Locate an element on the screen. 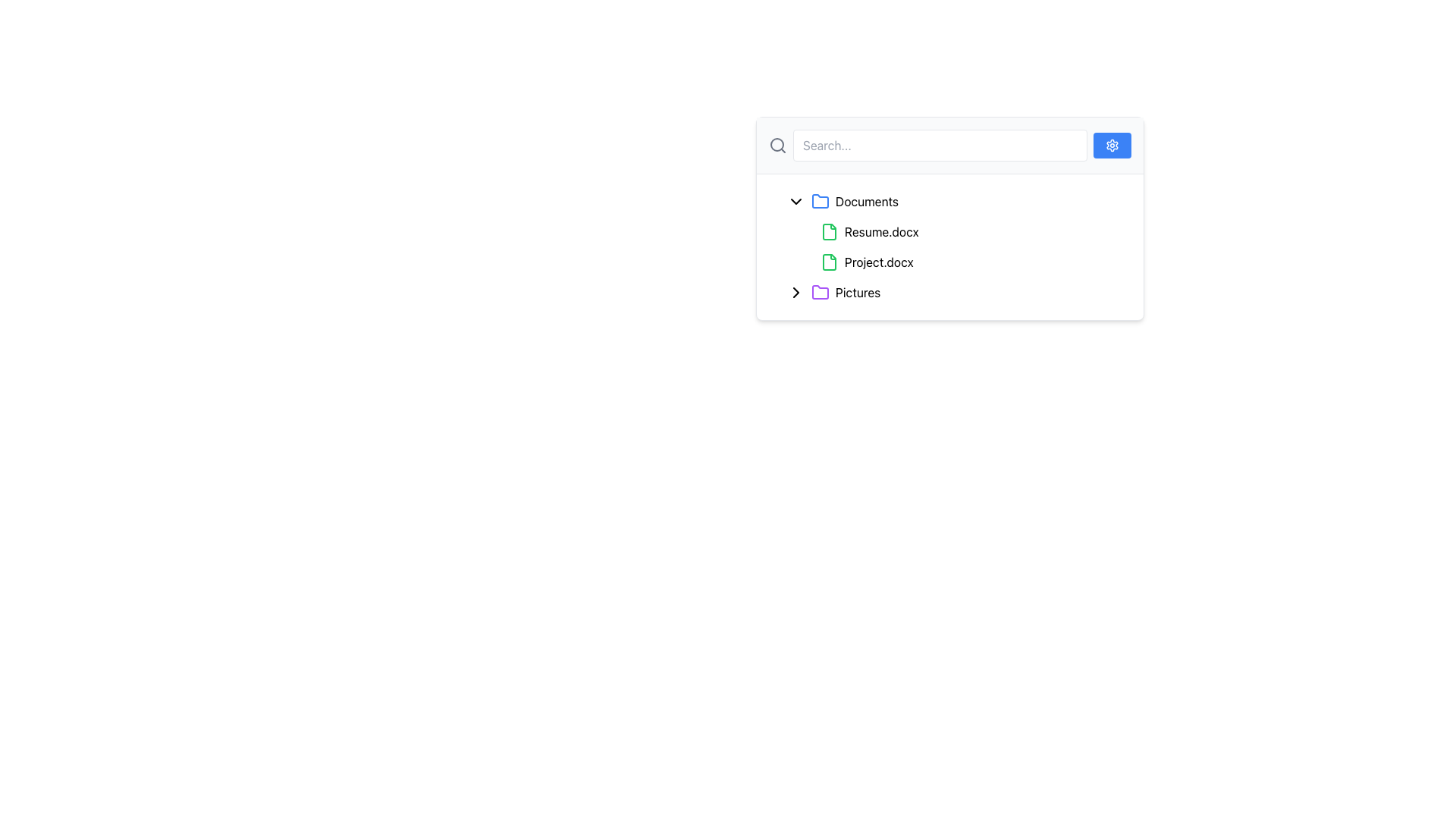 The height and width of the screenshot is (819, 1456). the selectable file entry labeled 'Project.docx' is located at coordinates (955, 262).